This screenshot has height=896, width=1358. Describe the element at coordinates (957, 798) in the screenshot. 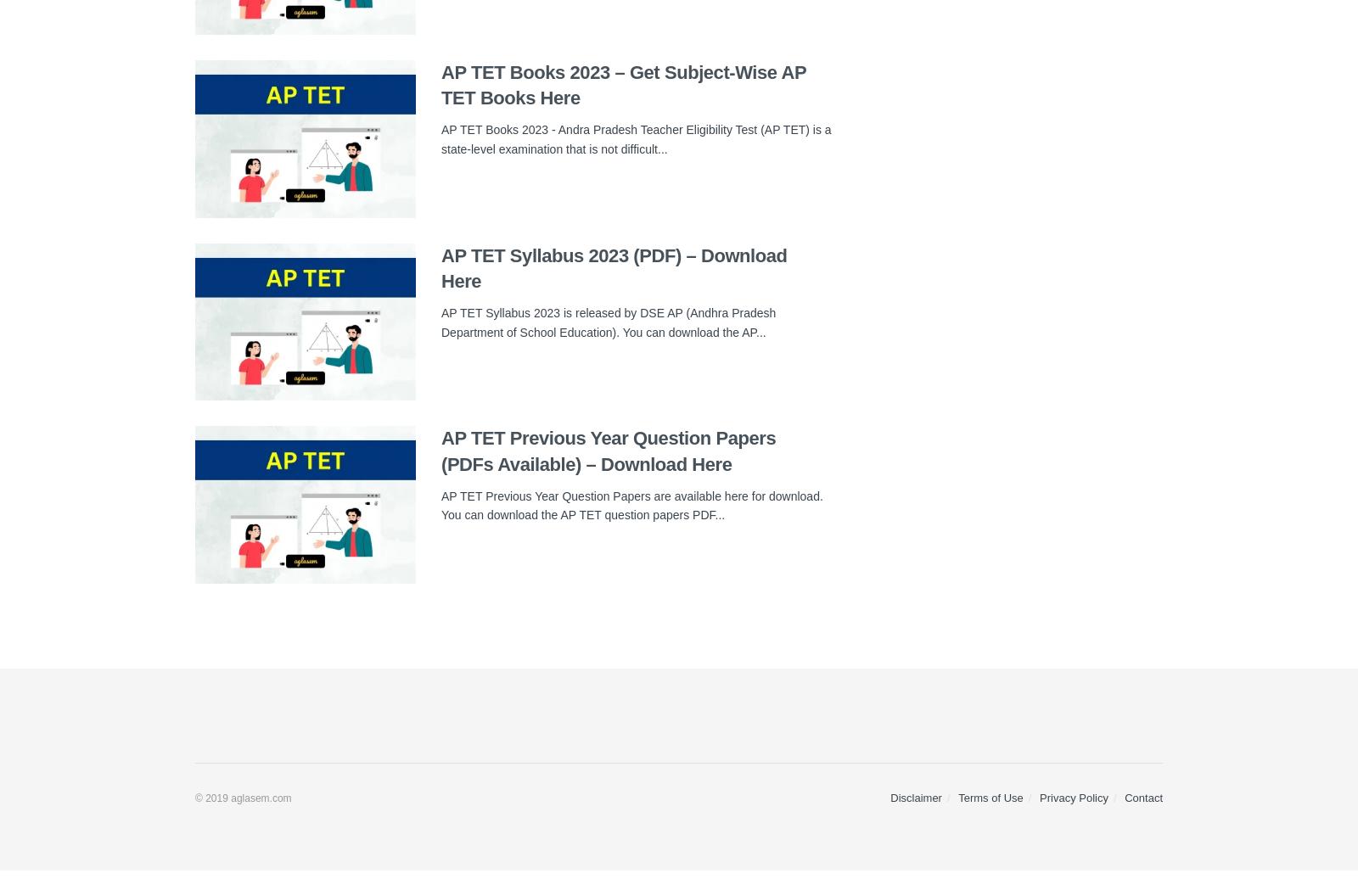

I see `'Terms of Use'` at that location.